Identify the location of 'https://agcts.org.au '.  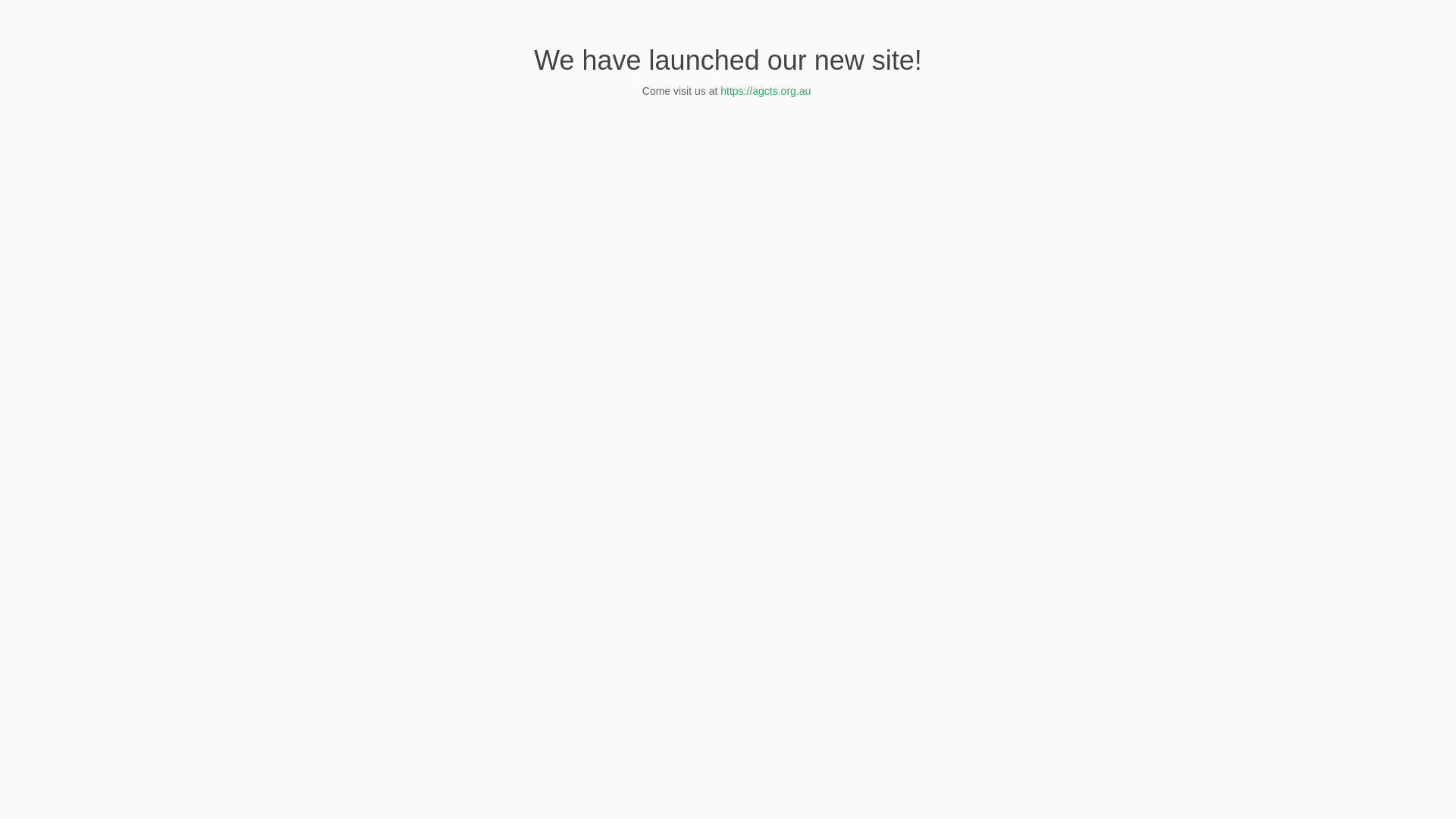
(720, 90).